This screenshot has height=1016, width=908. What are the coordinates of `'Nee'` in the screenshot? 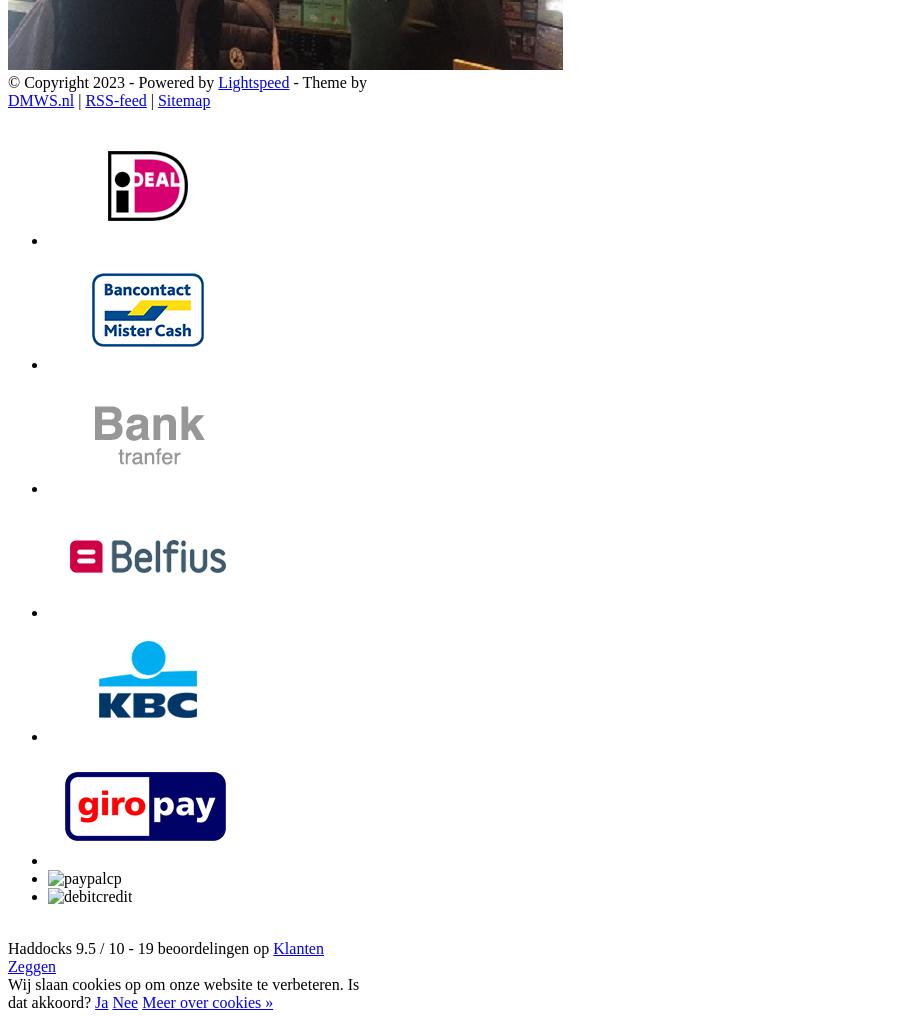 It's located at (125, 1002).